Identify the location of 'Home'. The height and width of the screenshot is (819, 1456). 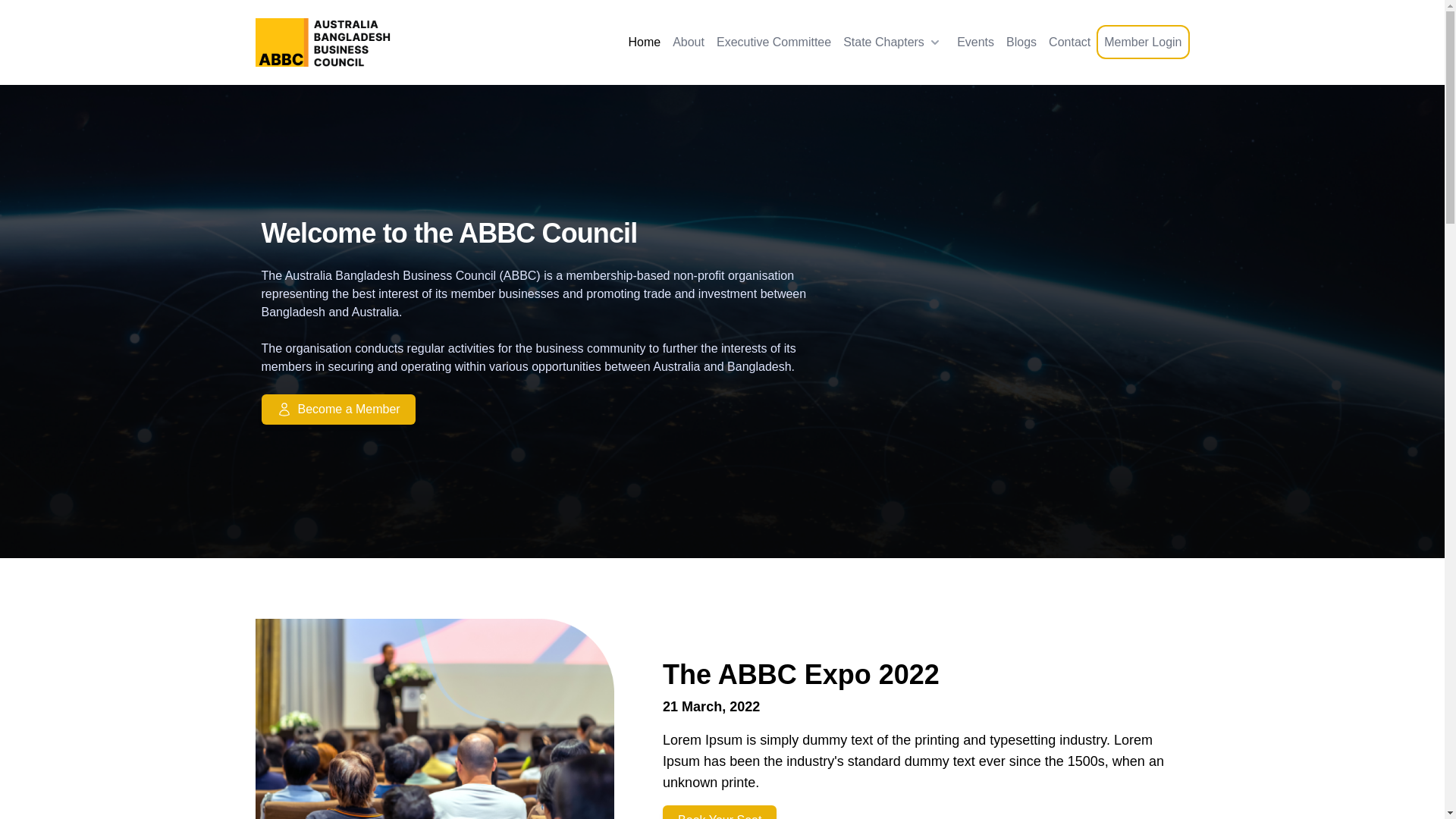
(644, 42).